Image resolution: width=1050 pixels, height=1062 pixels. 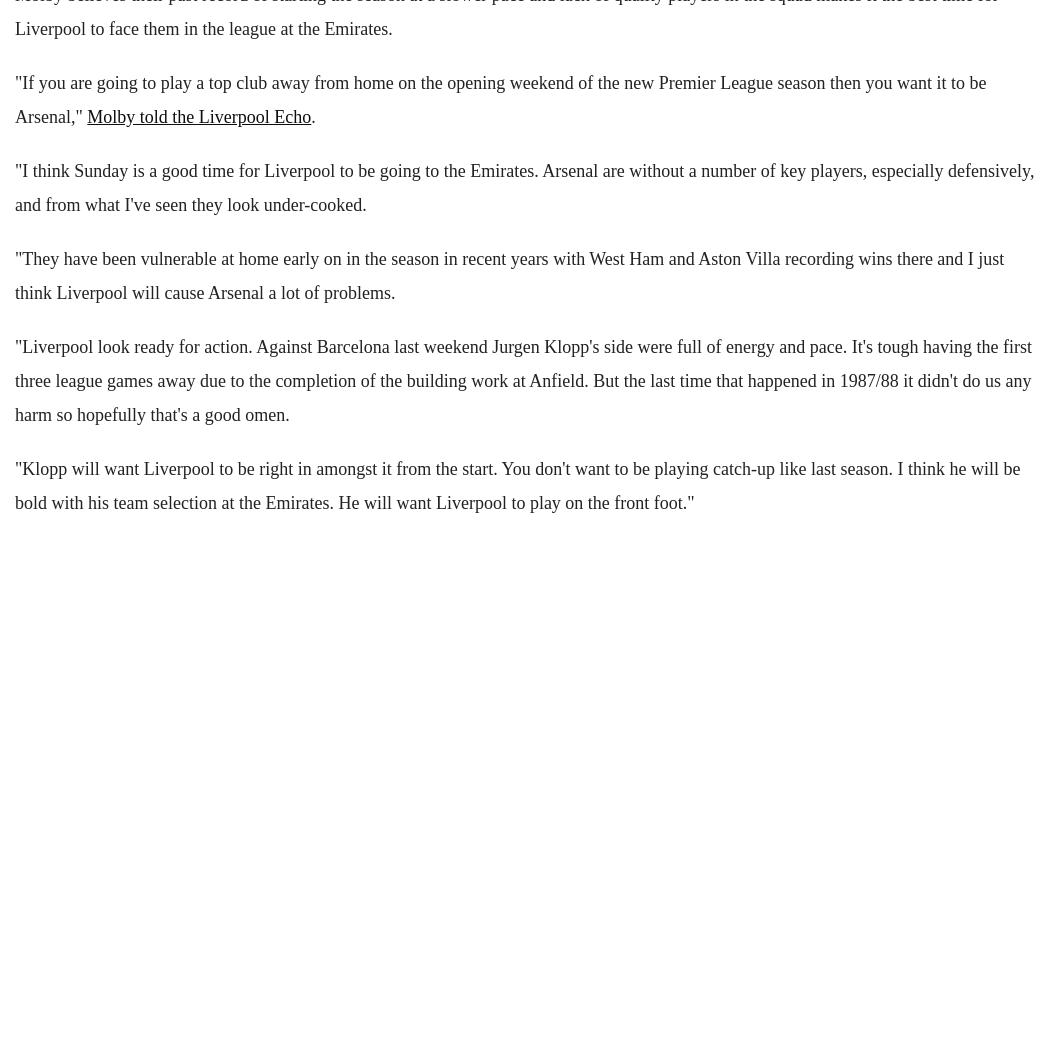 What do you see at coordinates (48, 64) in the screenshot?
I see `'Technology'` at bounding box center [48, 64].